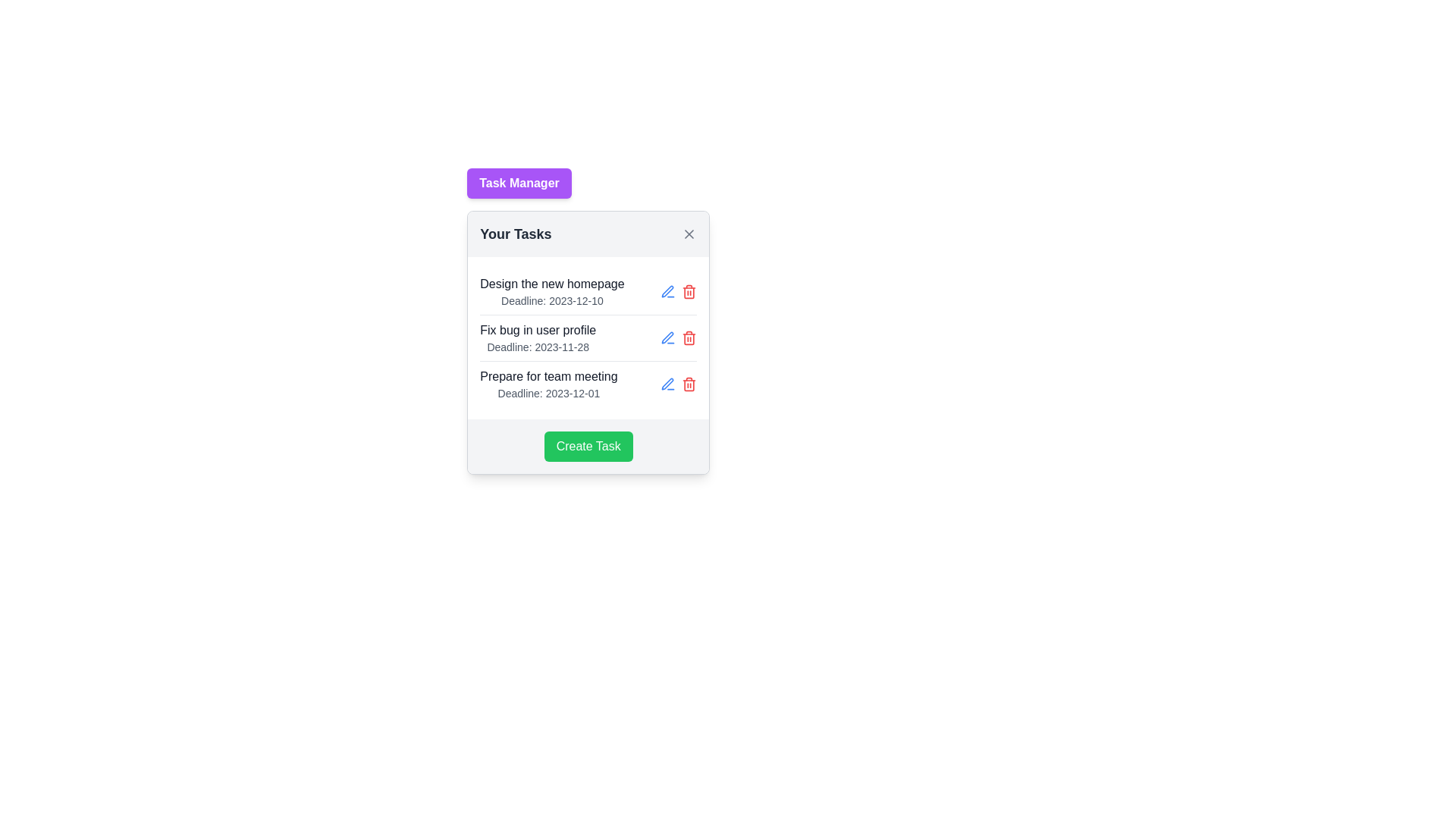  What do you see at coordinates (689, 234) in the screenshot?
I see `the 'X' symbol on the close button at the top-right corner of the 'Your Tasks' card` at bounding box center [689, 234].